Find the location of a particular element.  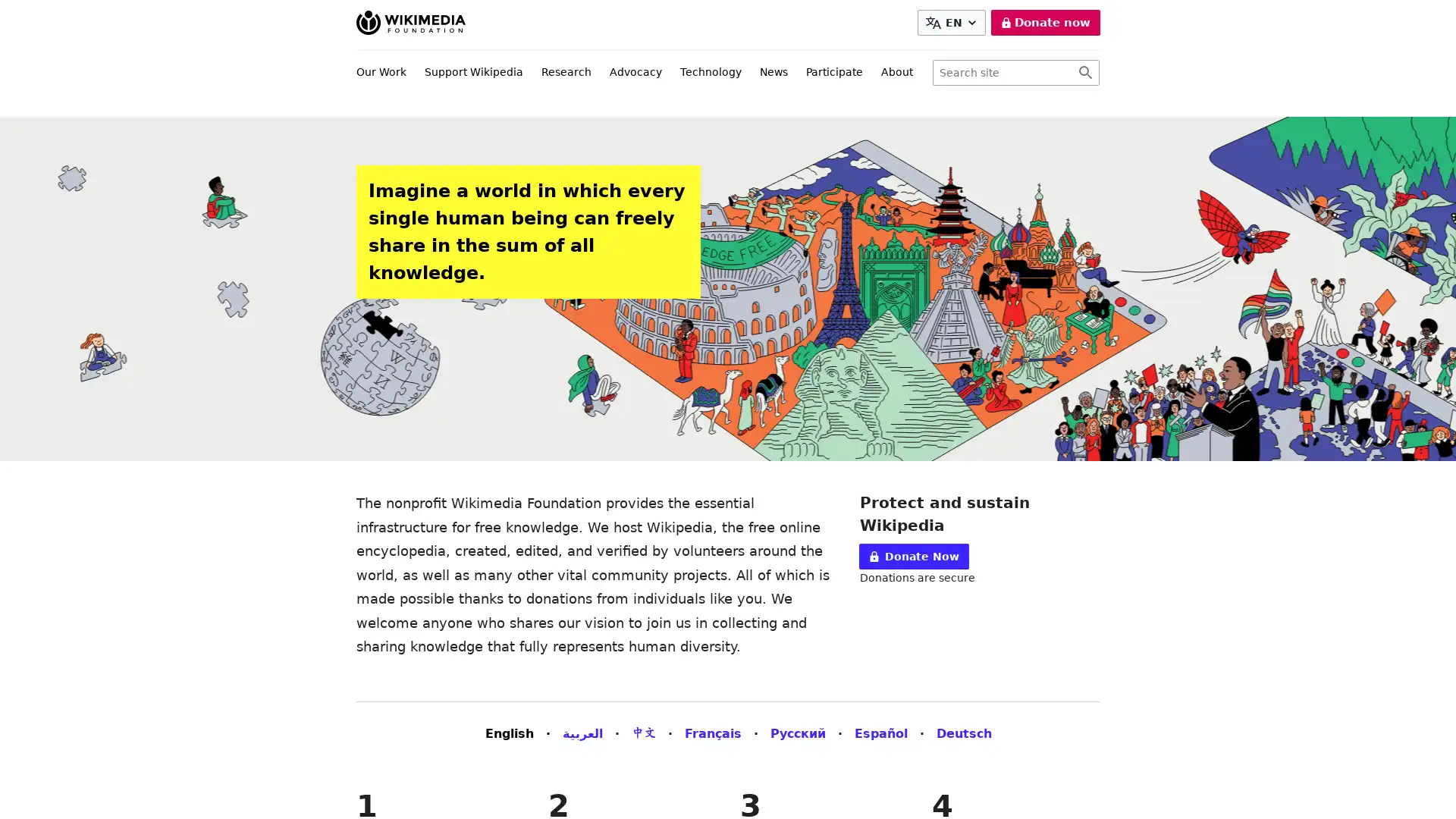

CURRENT LANGUAGE: EN is located at coordinates (953, 23).